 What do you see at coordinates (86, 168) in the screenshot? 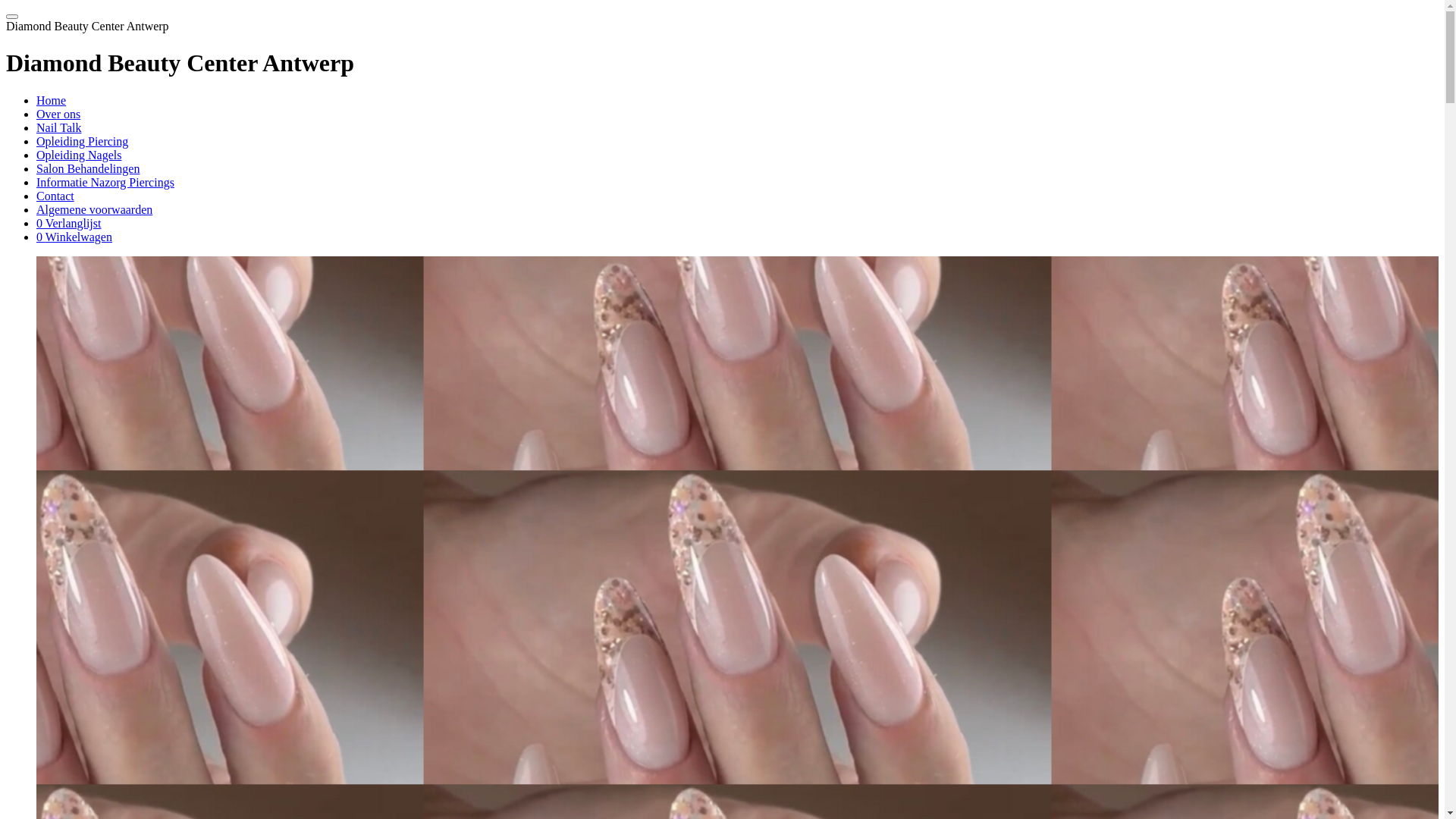
I see `'Salon Behandelingen'` at bounding box center [86, 168].